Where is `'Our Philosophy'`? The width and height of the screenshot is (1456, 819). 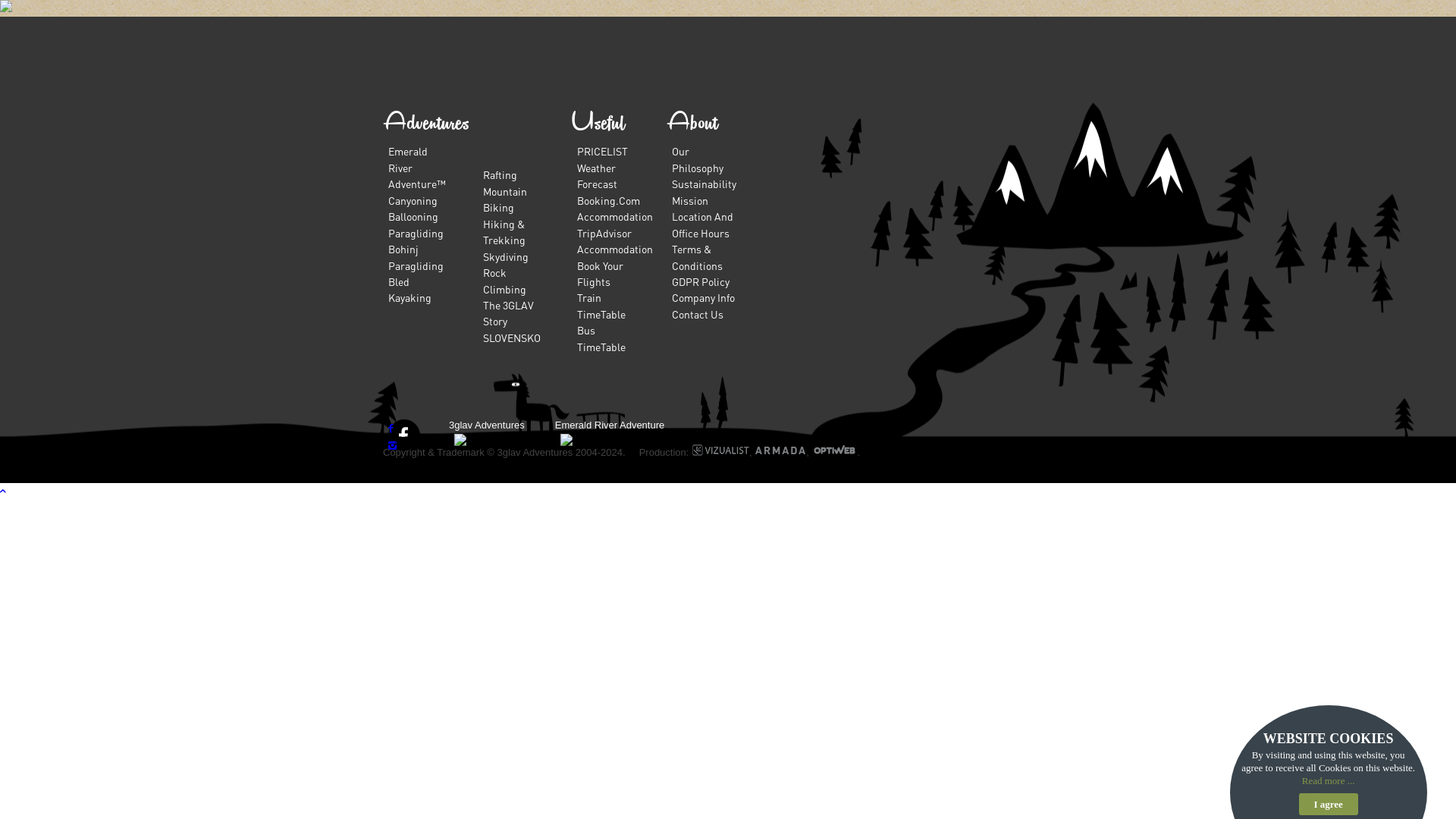
'Our Philosophy' is located at coordinates (697, 158).